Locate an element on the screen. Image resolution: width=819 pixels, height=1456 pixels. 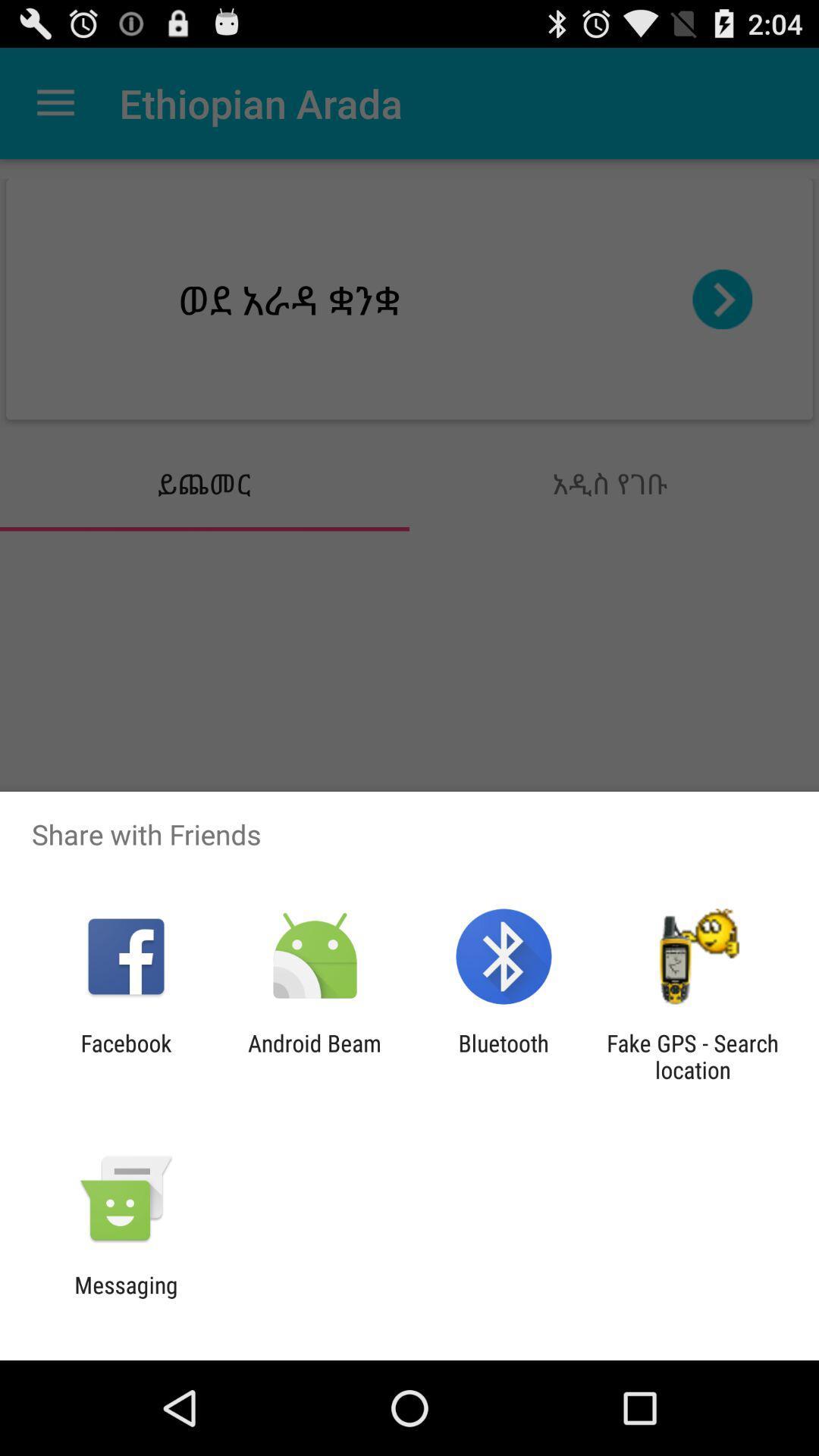
the icon next to the android beam app is located at coordinates (125, 1056).